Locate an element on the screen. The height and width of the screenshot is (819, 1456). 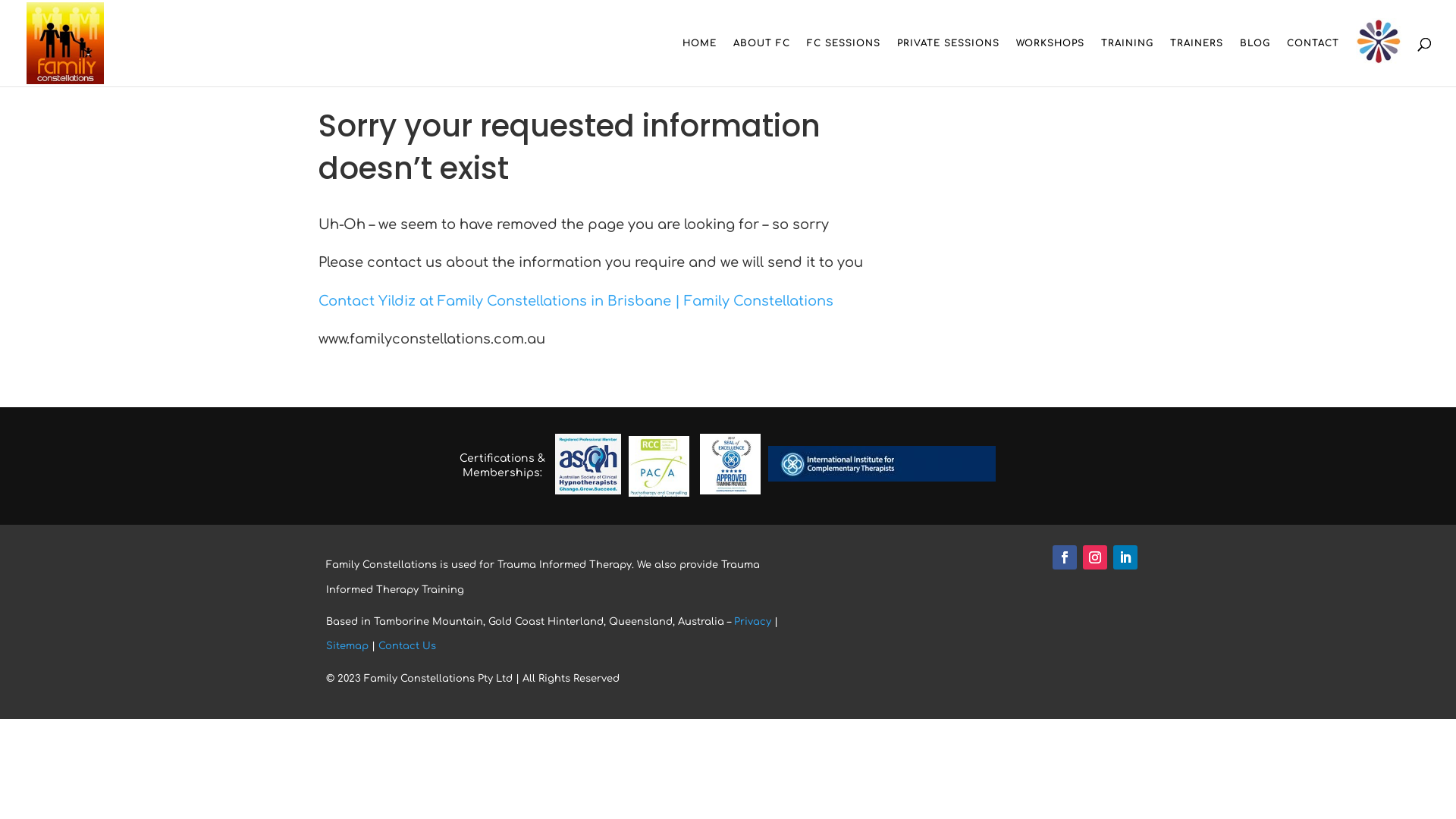
'Sitemap' is located at coordinates (346, 646).